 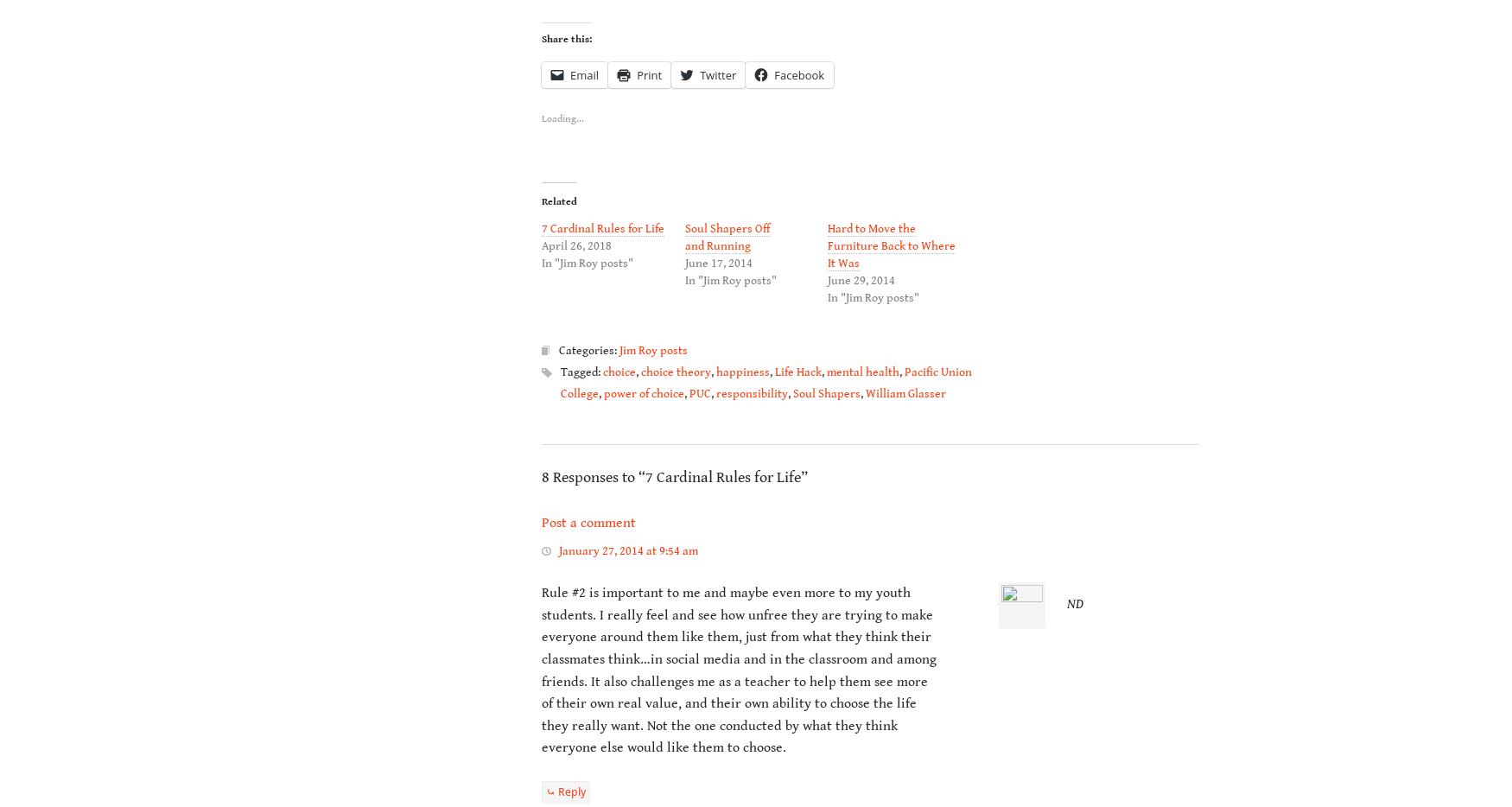 I want to click on 'Jim Roy posts', so click(x=651, y=350).